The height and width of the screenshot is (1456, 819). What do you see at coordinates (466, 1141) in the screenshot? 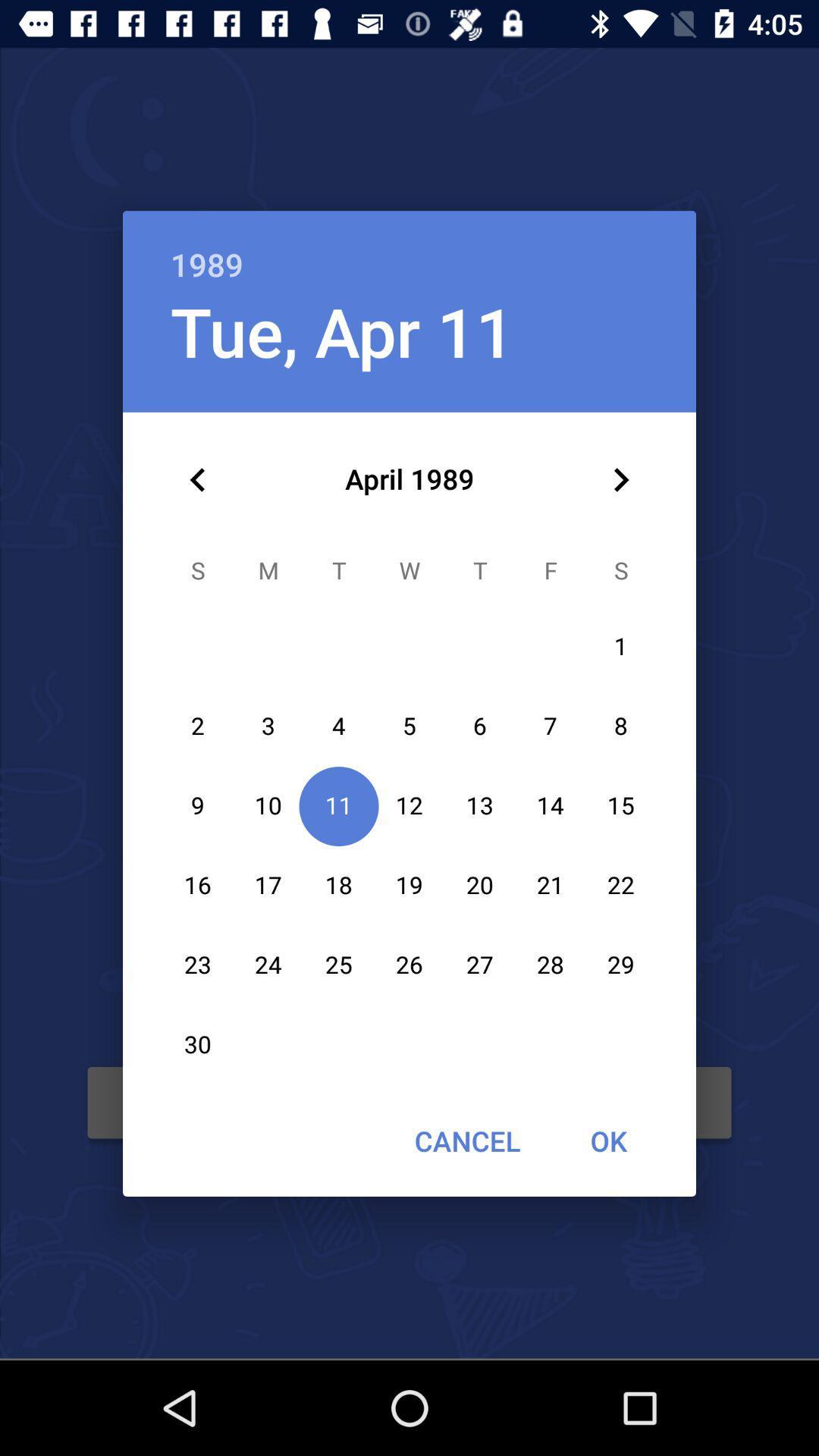
I see `the cancel item` at bounding box center [466, 1141].